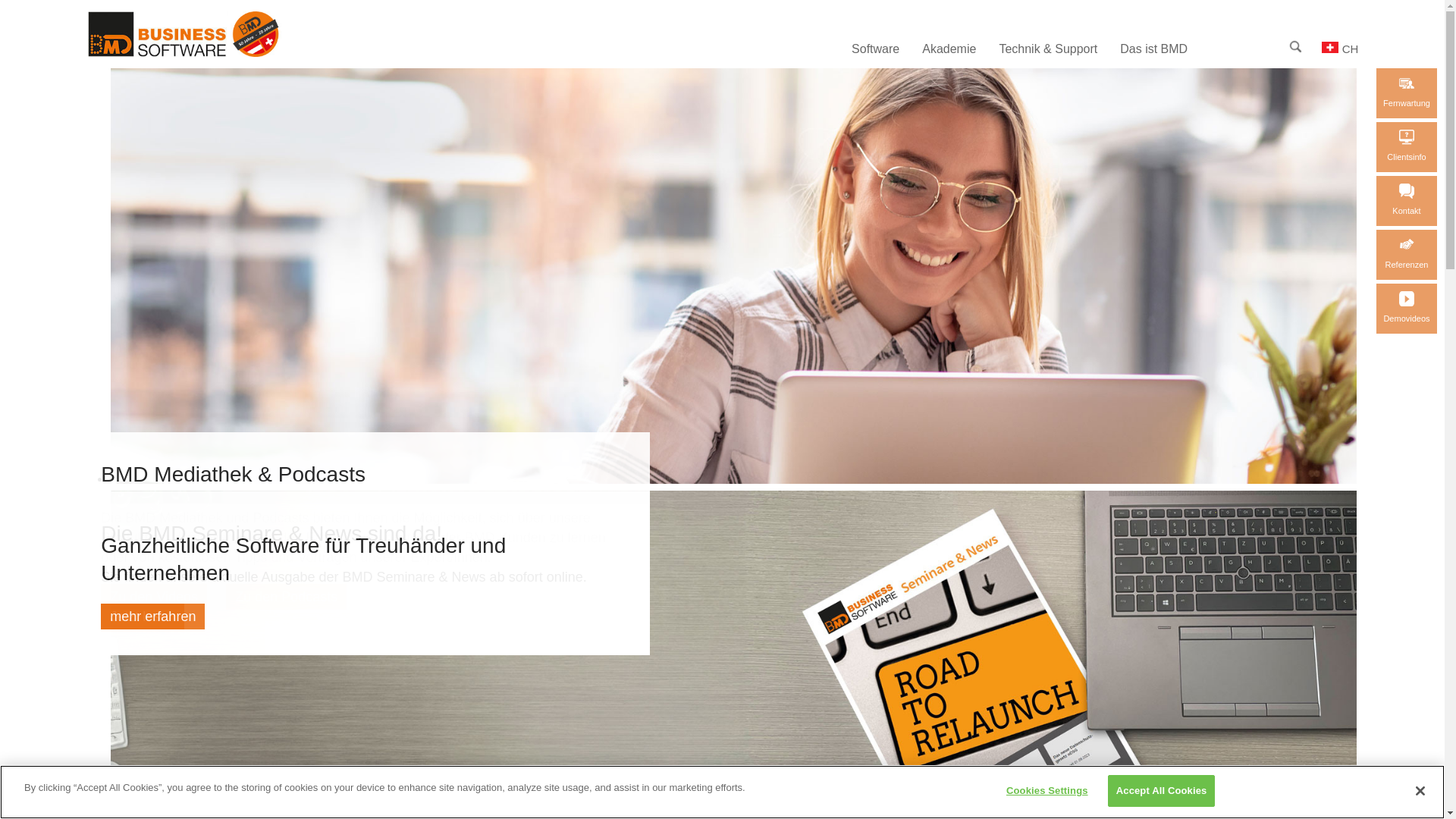  Describe the element at coordinates (1160, 789) in the screenshot. I see `'Accept All Cookies'` at that location.